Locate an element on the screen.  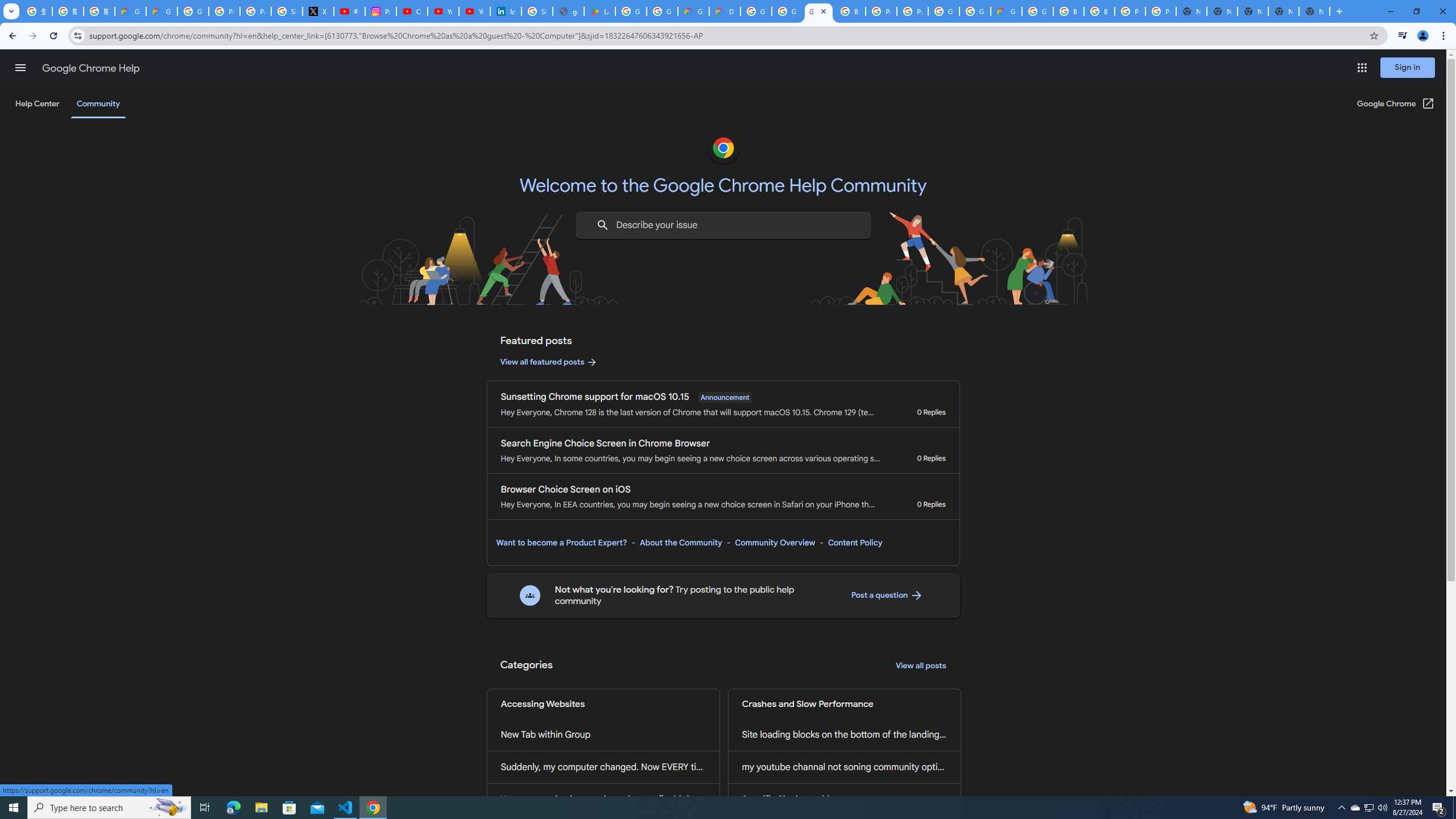
'Search' is located at coordinates (601, 225).